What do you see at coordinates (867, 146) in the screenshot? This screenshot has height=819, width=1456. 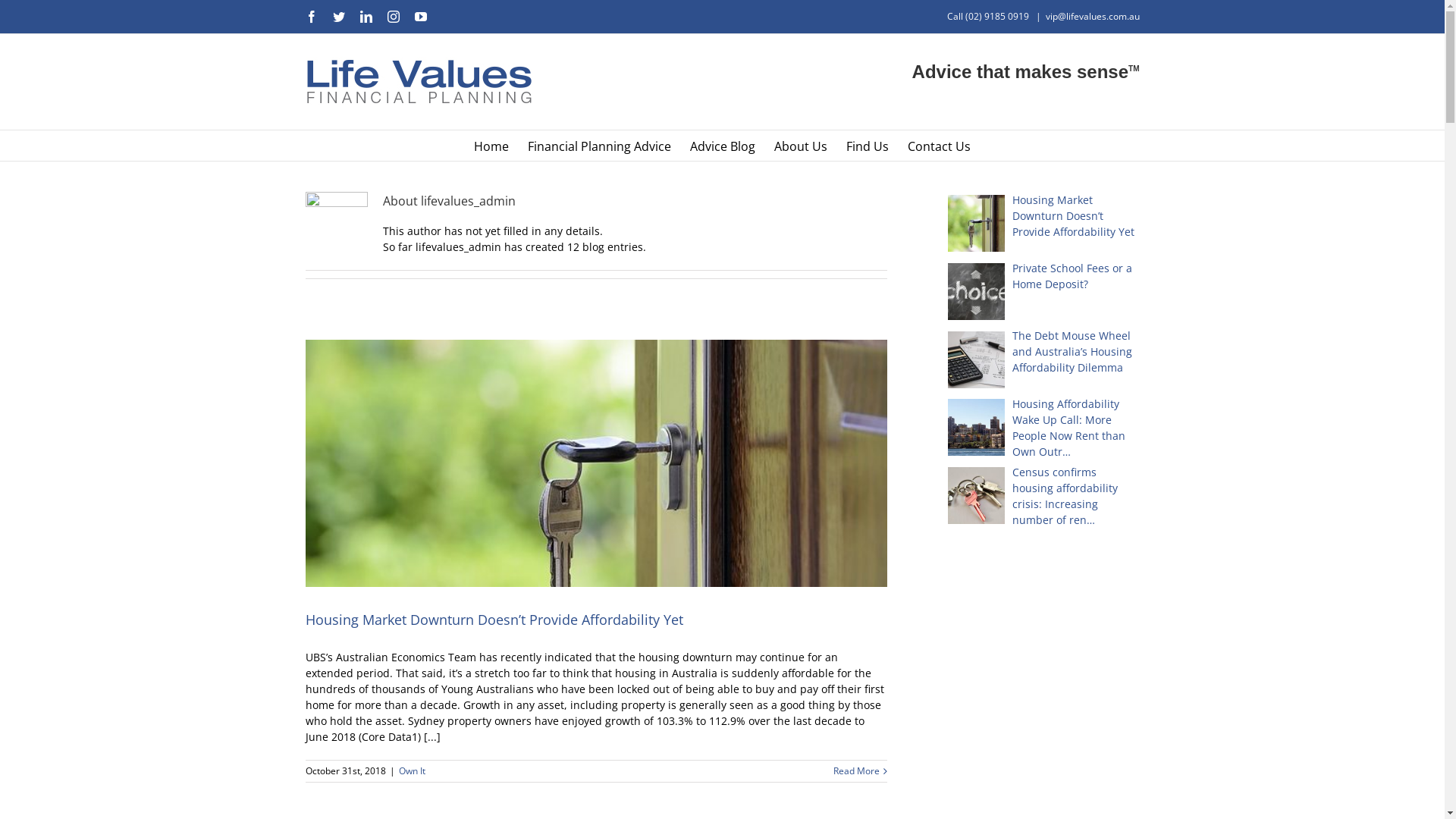 I see `'Find Us'` at bounding box center [867, 146].